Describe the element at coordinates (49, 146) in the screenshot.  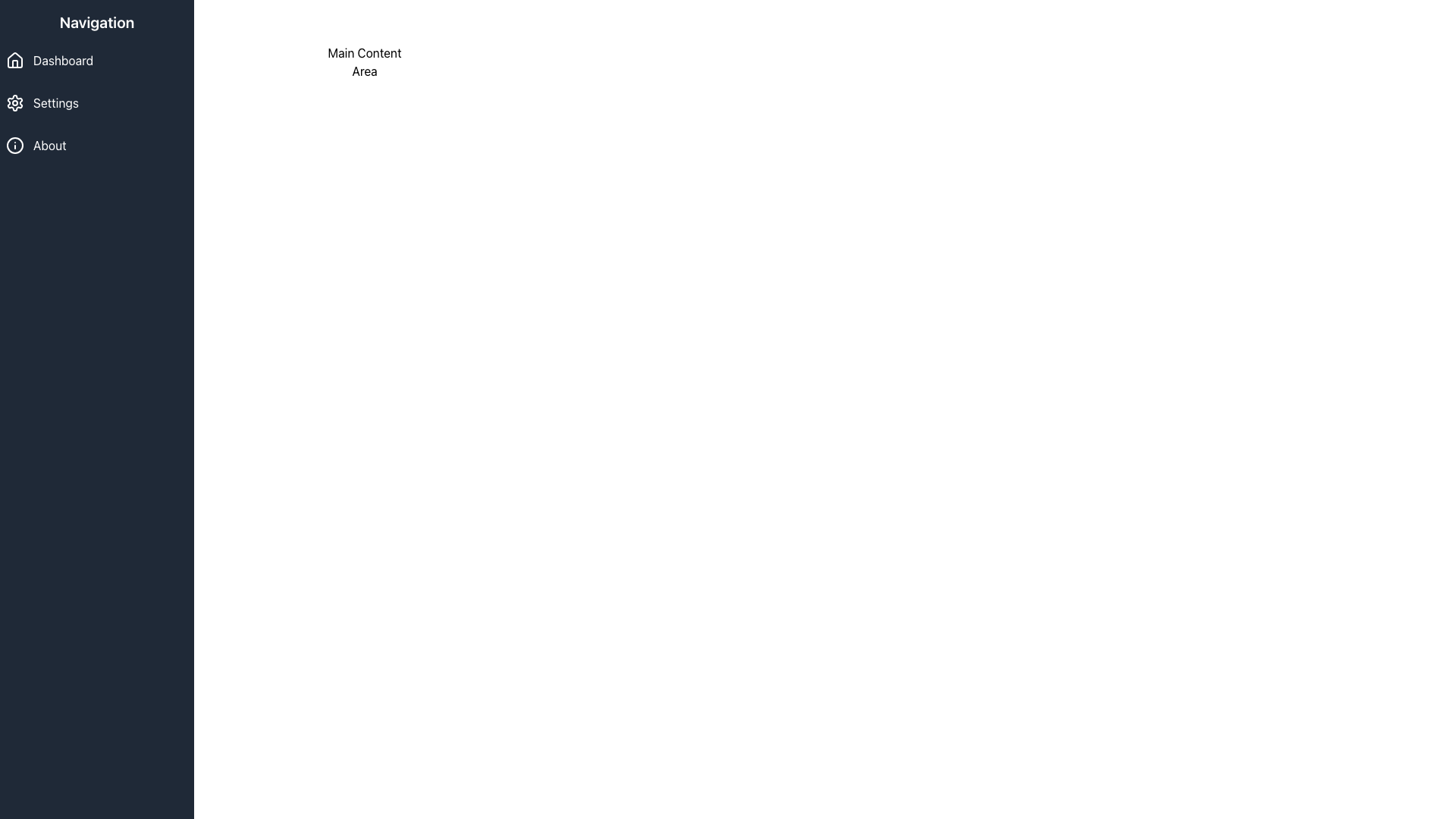
I see `the 'About' text label in the sidebar navigation menu` at that location.